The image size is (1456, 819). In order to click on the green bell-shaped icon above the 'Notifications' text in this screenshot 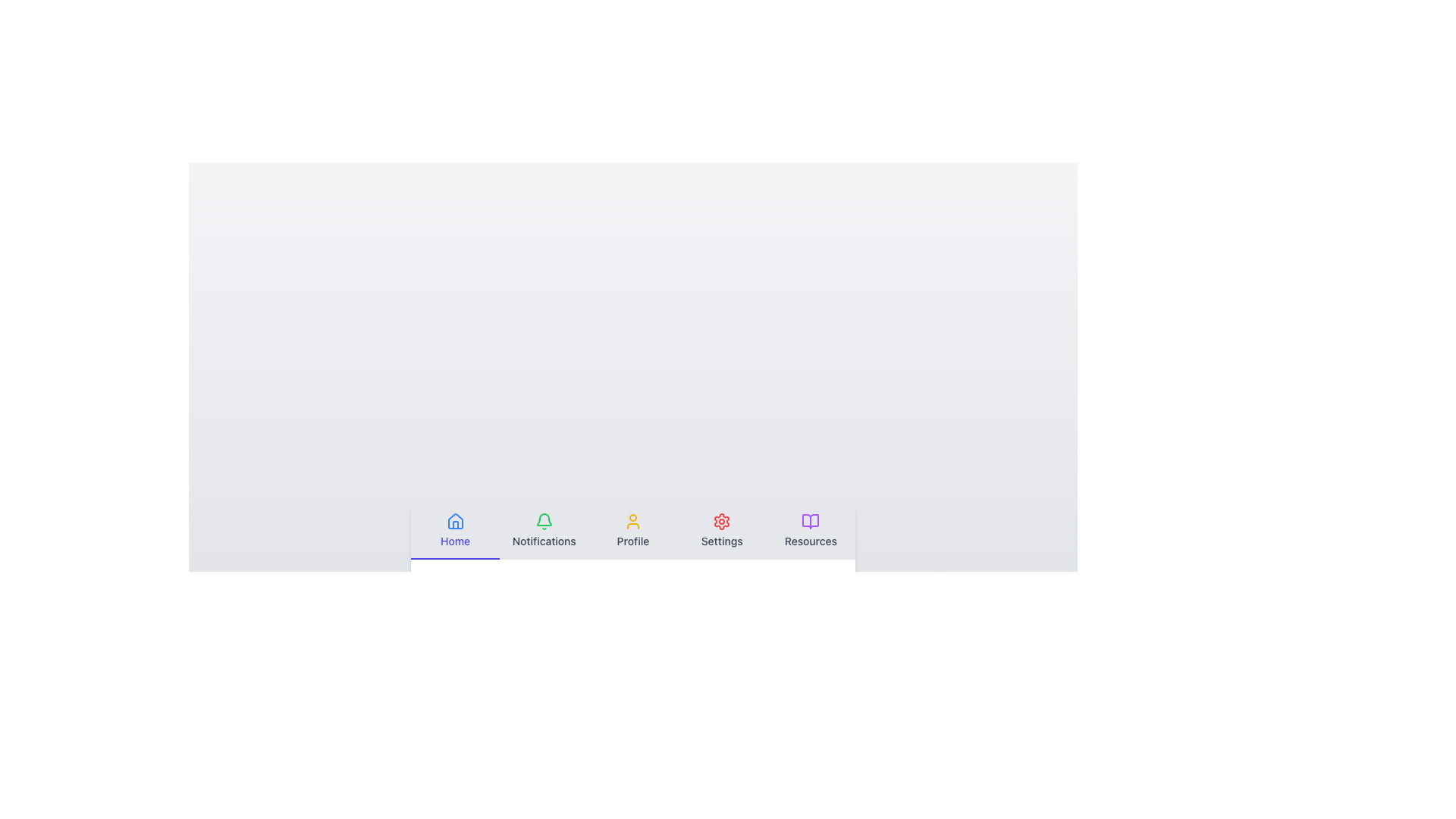, I will do `click(544, 520)`.